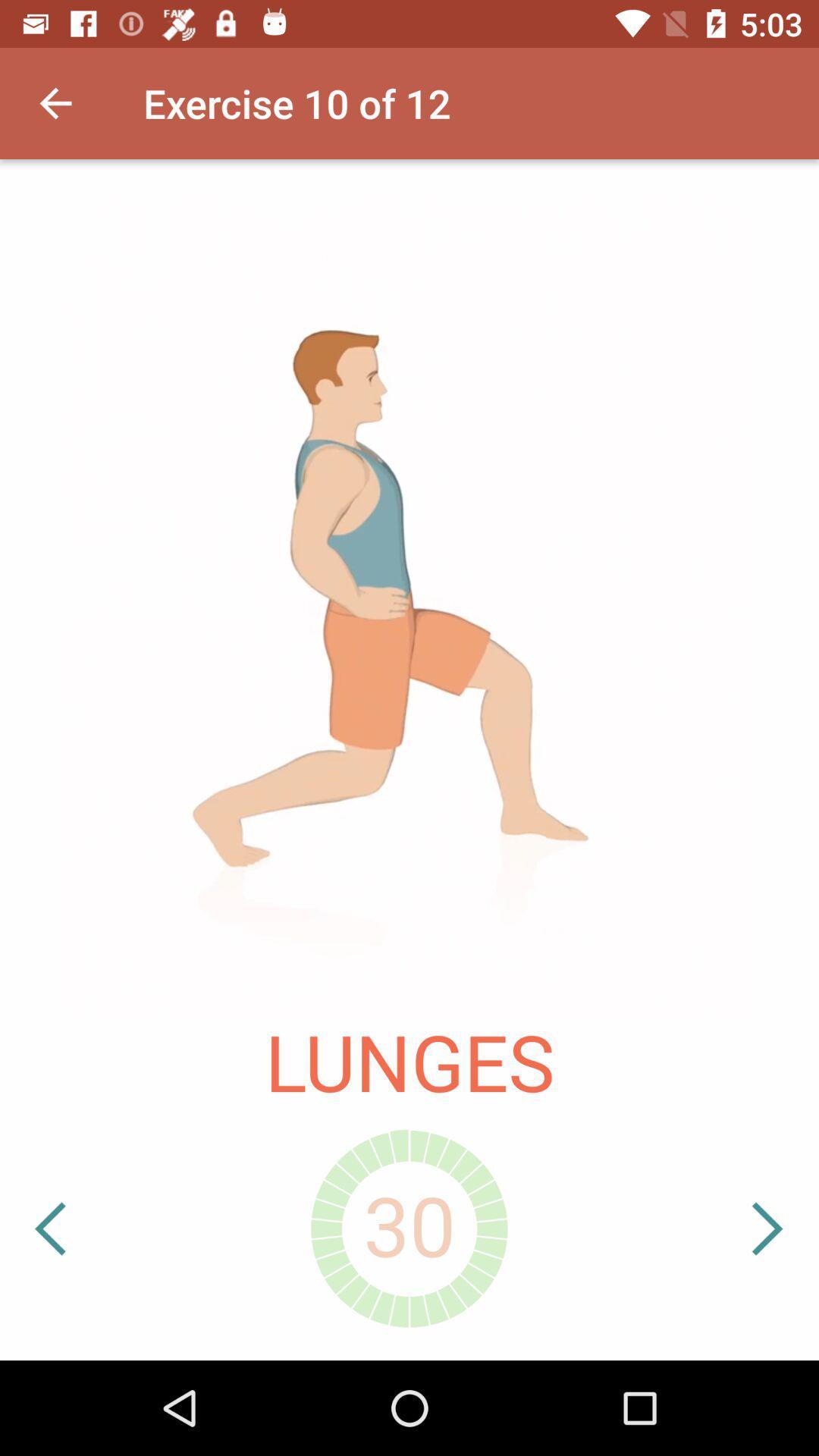  Describe the element at coordinates (97, 1228) in the screenshot. I see `icon below lunges item` at that location.